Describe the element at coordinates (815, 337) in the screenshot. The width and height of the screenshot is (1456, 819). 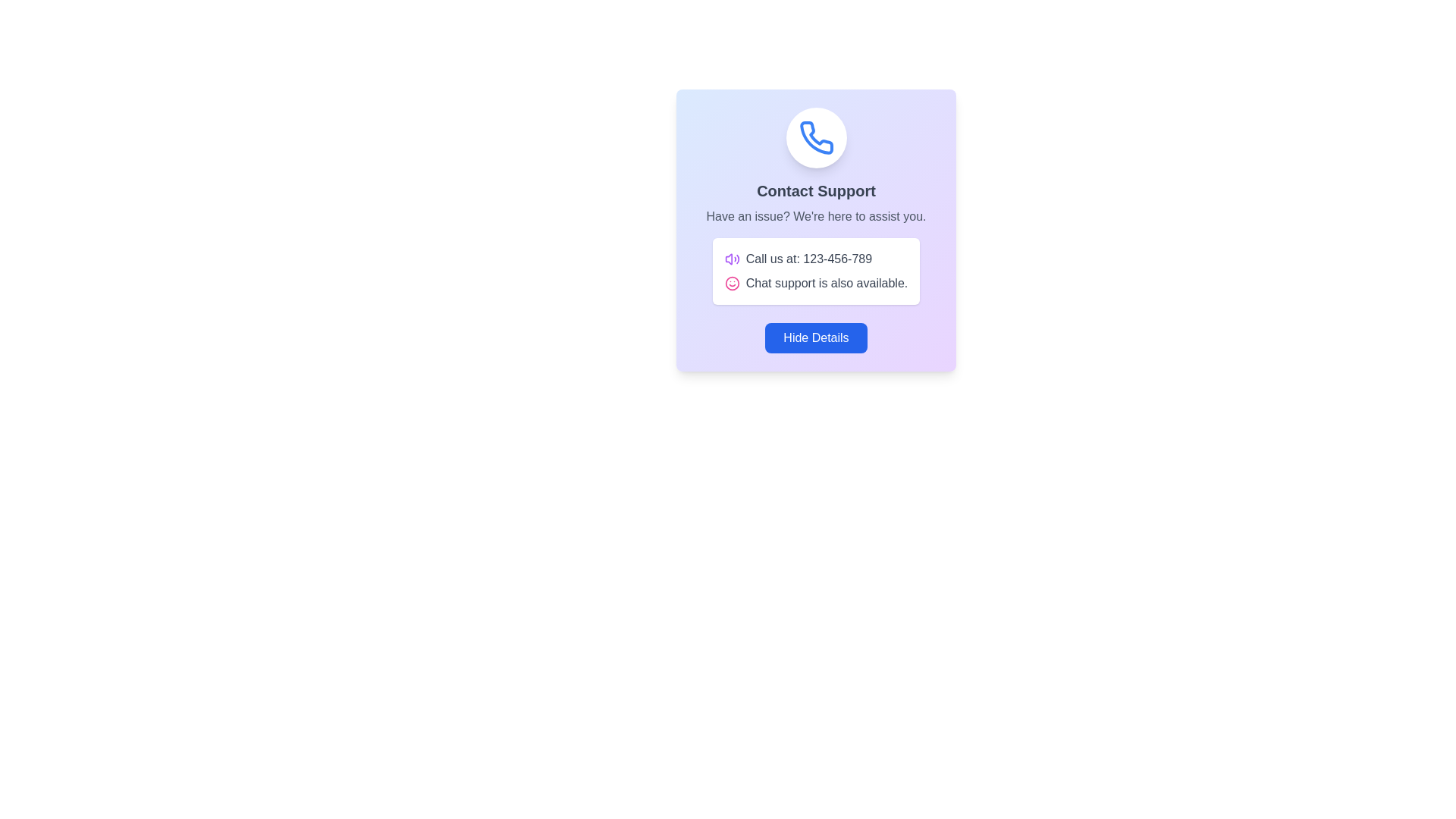
I see `the button used to toggle the visibility of details in the 'Contact Support' card by` at that location.